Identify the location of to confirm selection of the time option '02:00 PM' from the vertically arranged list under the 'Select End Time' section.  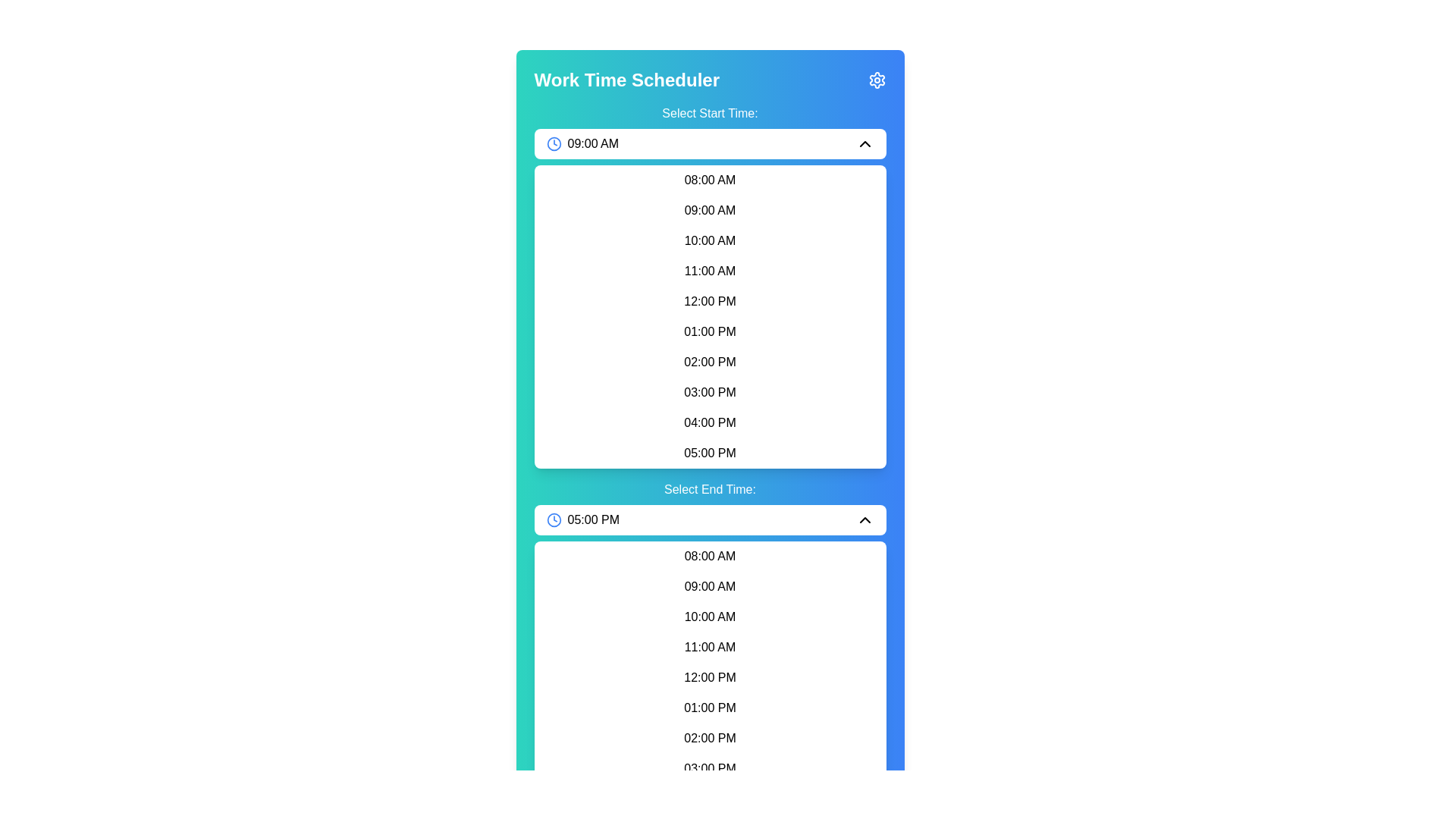
(709, 738).